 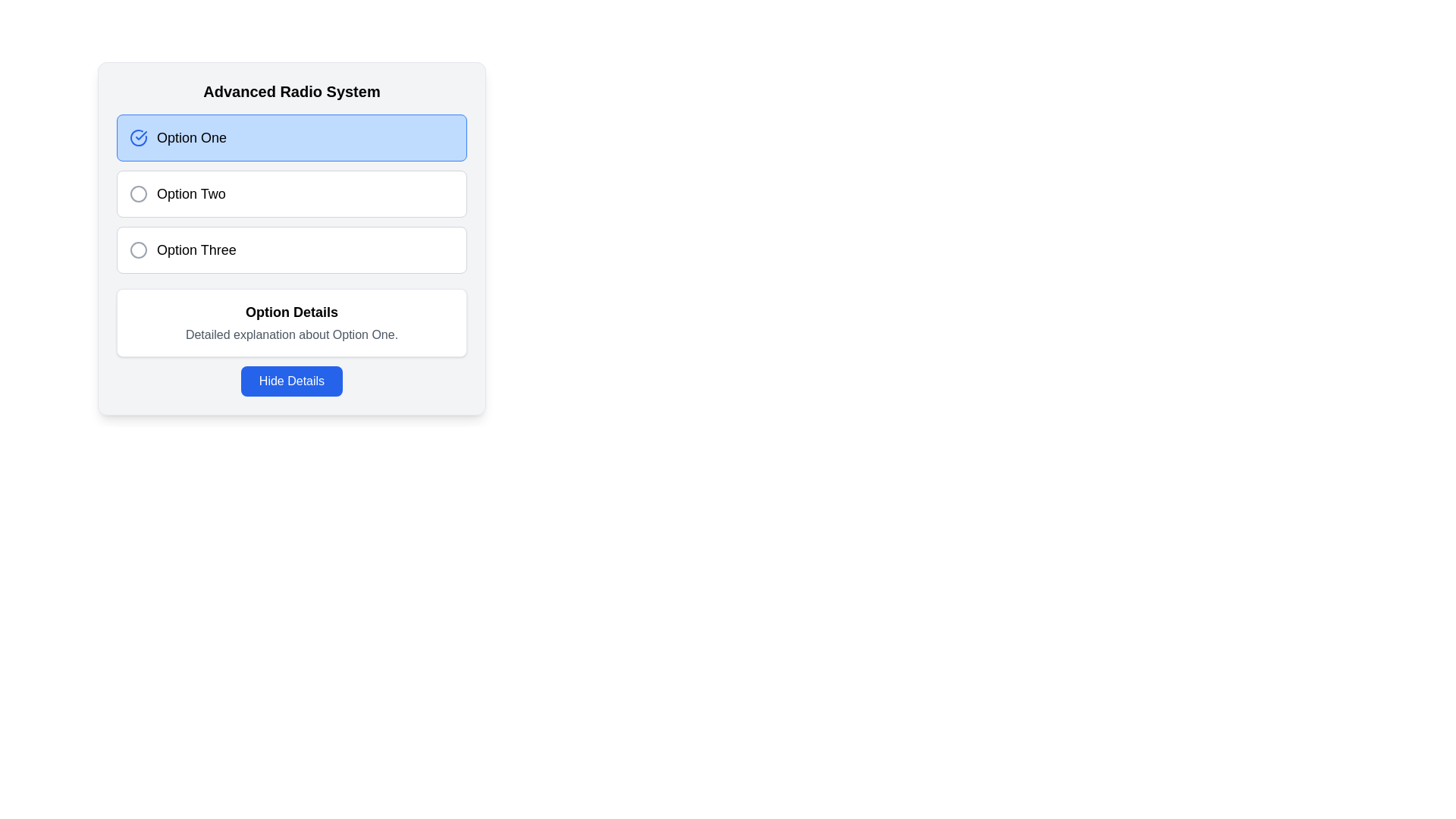 I want to click on the 'Hide Details' button, which is a rectangular button with white text on a blue background, located at the bottom of the 'Advanced Radio System' panel, so click(x=291, y=380).